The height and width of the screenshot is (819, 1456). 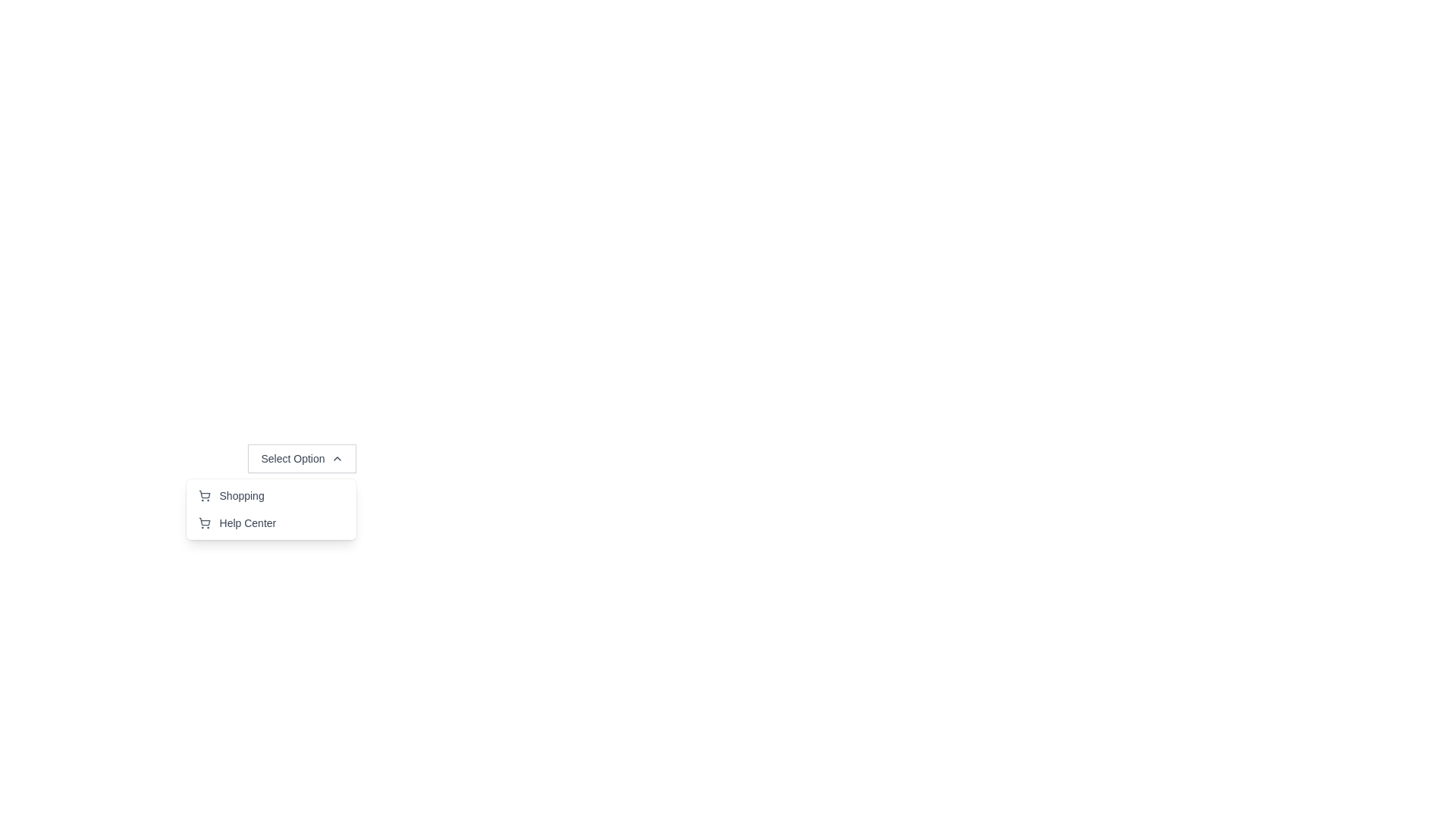 I want to click on the first item in the dropdown menu, which serves as a selectable option leading to a shopping-related interface, so click(x=271, y=509).